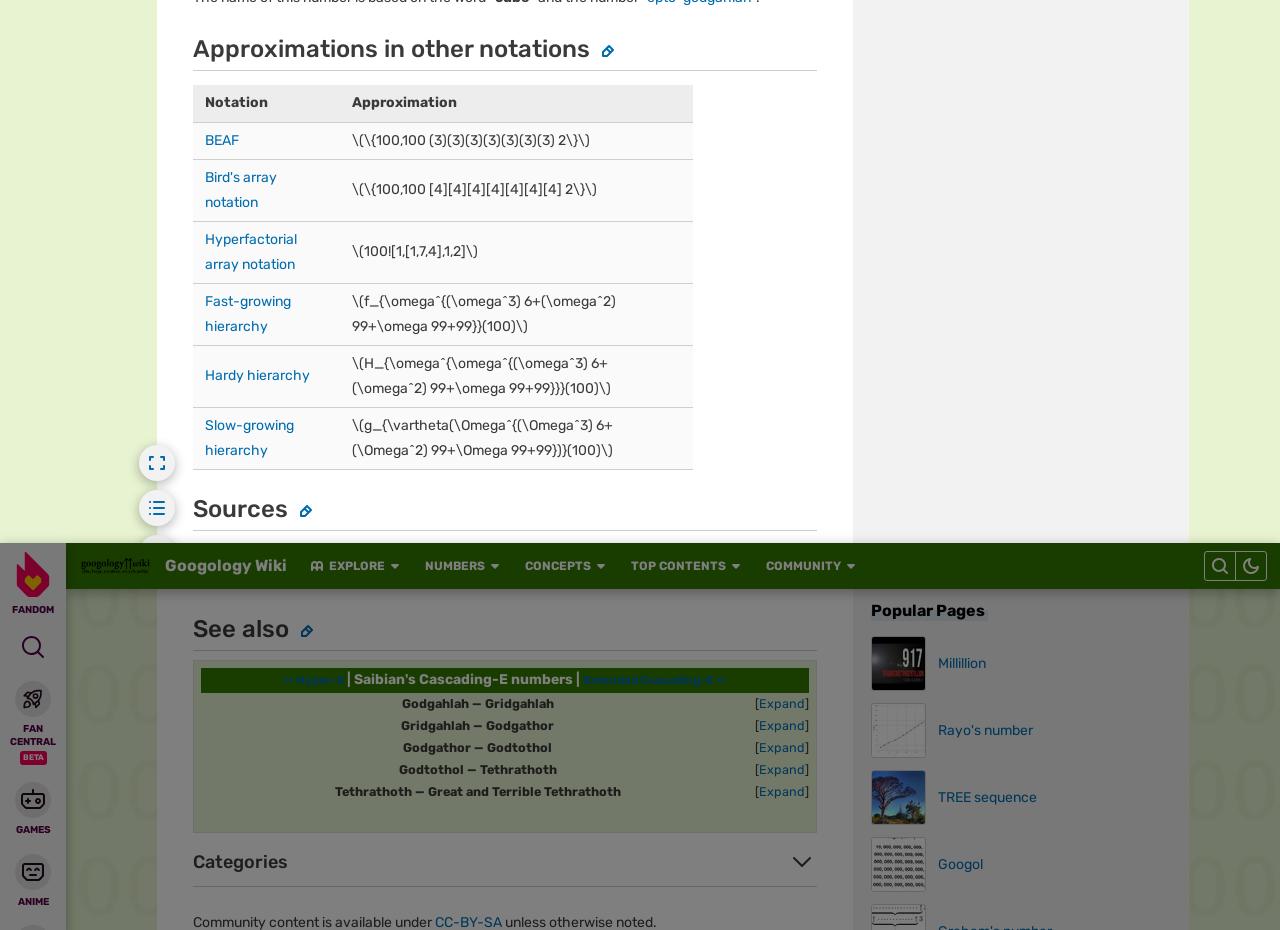  Describe the element at coordinates (480, 196) in the screenshot. I see `'Global Sitemap'` at that location.